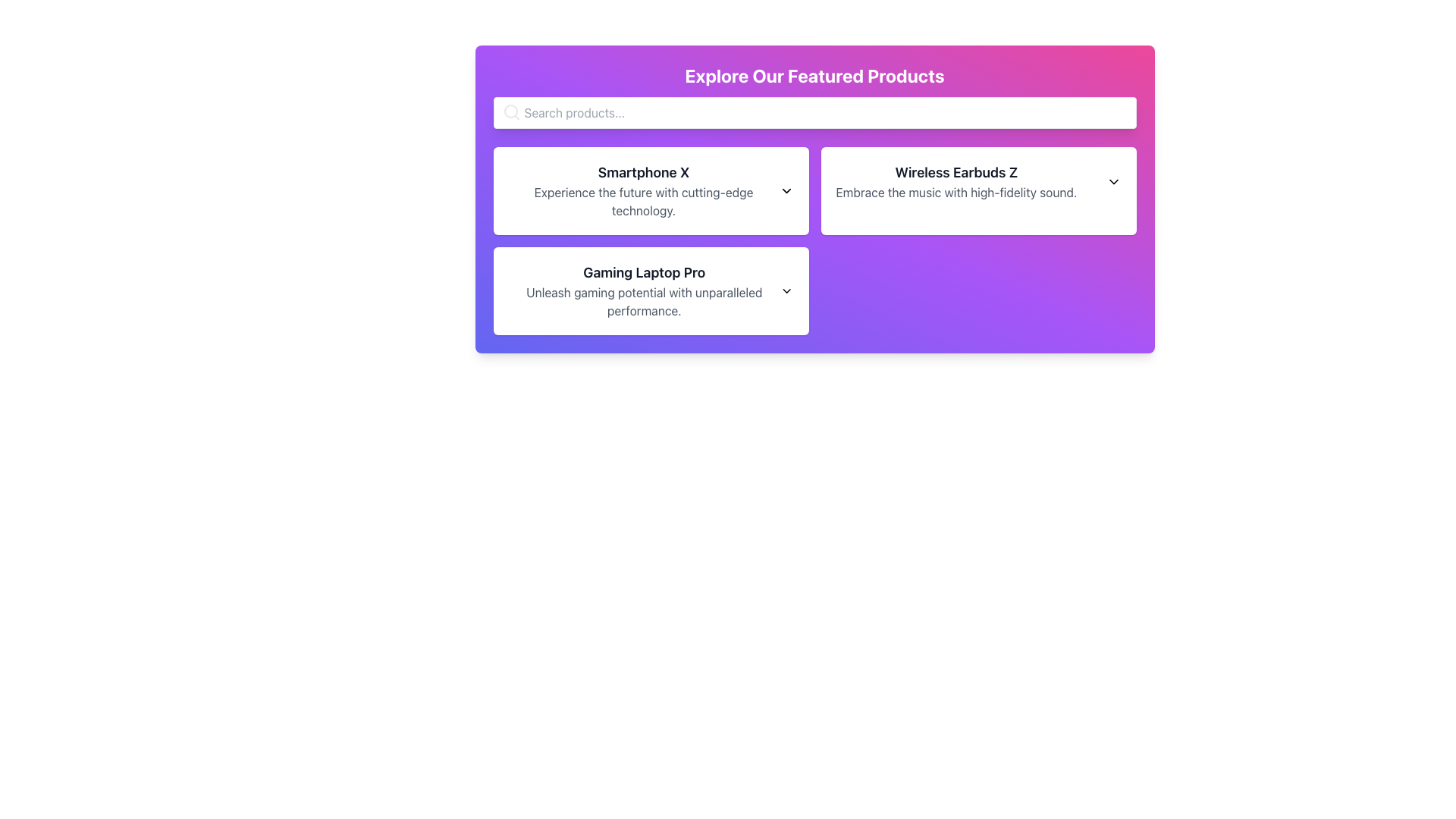 Image resolution: width=1456 pixels, height=819 pixels. What do you see at coordinates (955, 171) in the screenshot?
I see `the Text Label displaying 'Wireless Earbuds Z' in bold and dark gray, located in the second card of the featured products section` at bounding box center [955, 171].